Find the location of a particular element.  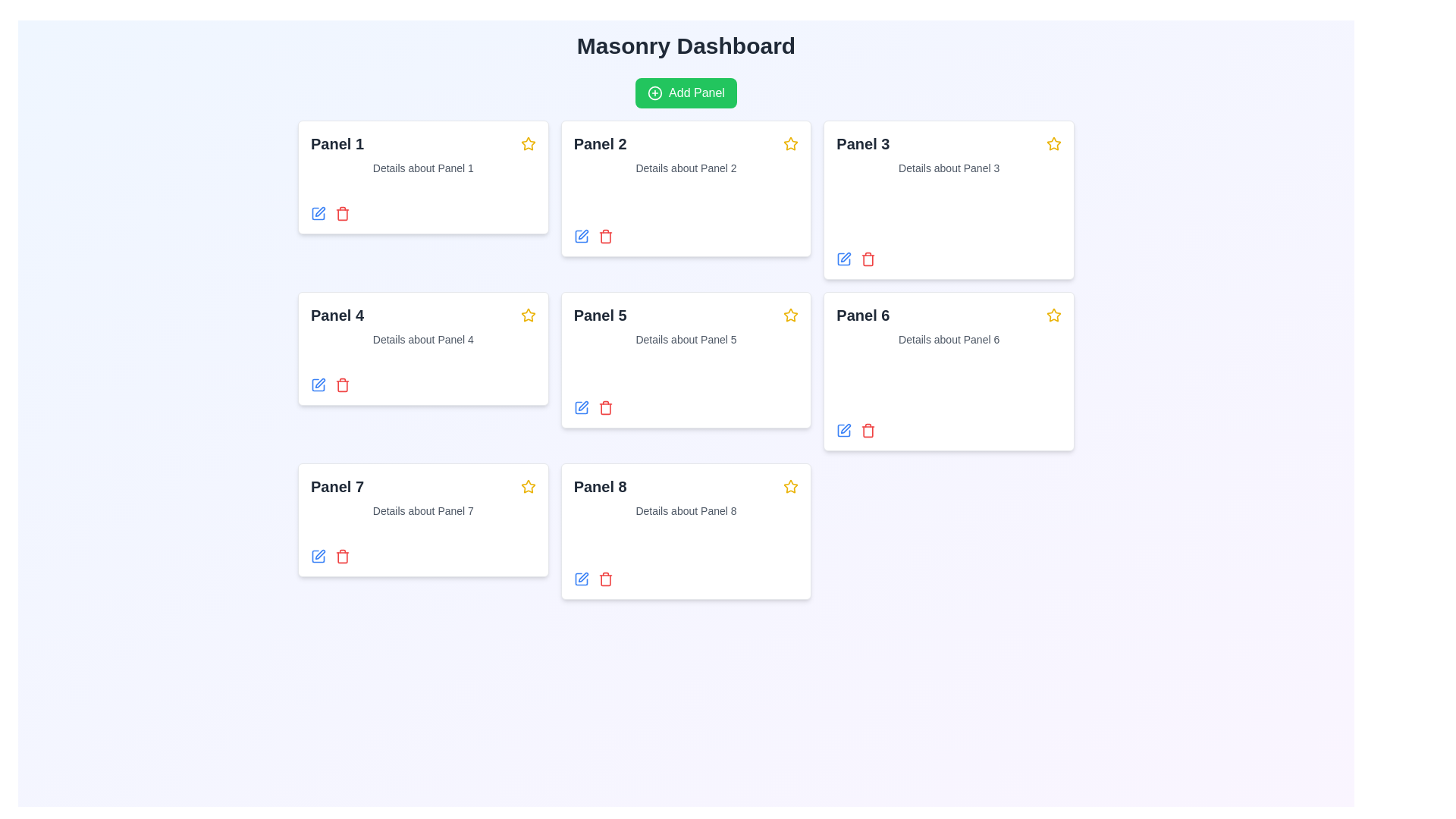

static text label that provides details about 'Panel 3', which is styled in gray color and positioned below the title 'Panel 3' is located at coordinates (948, 168).